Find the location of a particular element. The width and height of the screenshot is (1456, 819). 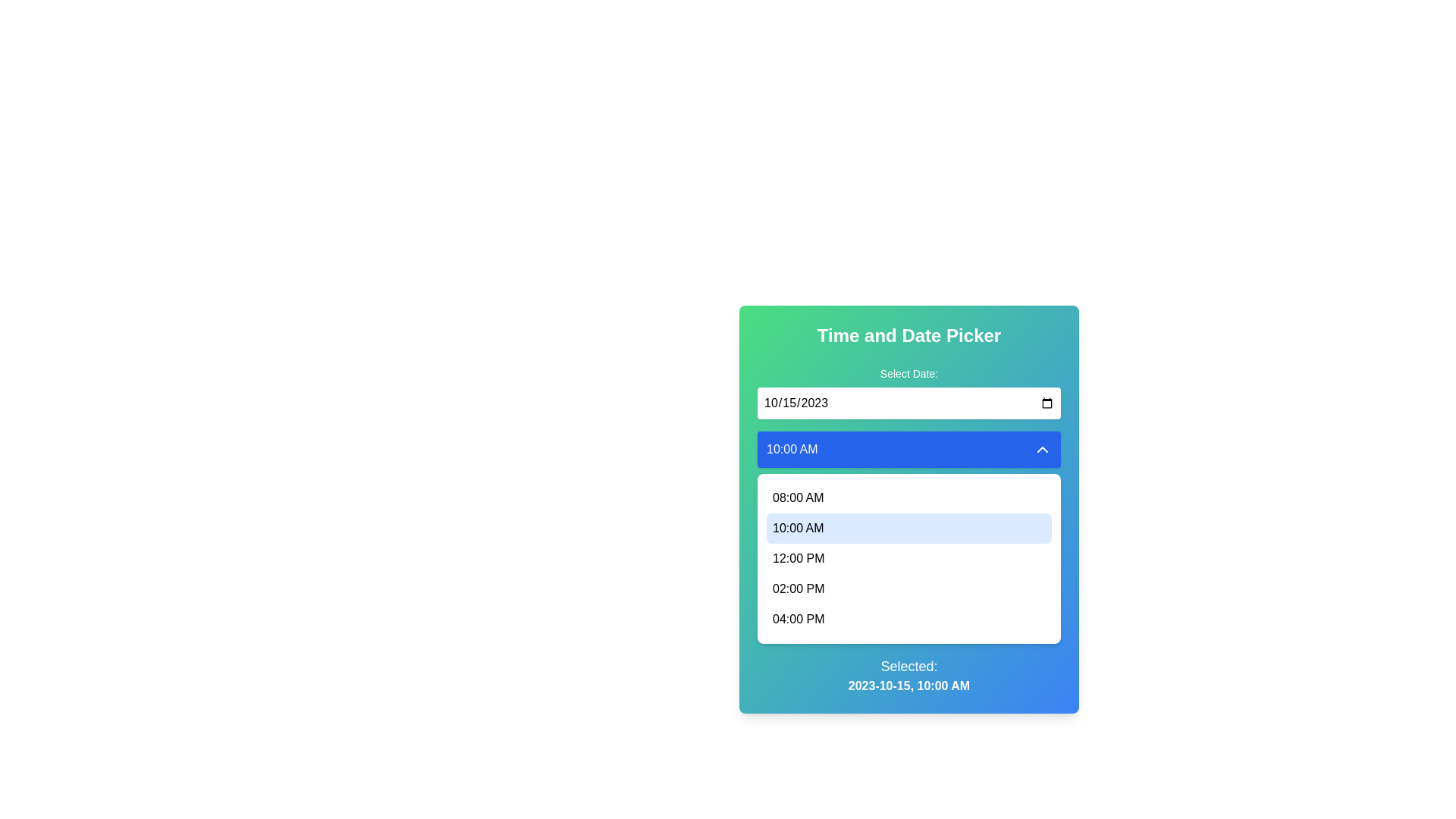

the text label displaying '2023-10-15, 10:00 AM' within the 'Time and Date Picker' interface, which is positioned below the dropdown menu and beside the label 'Selected:' is located at coordinates (909, 686).